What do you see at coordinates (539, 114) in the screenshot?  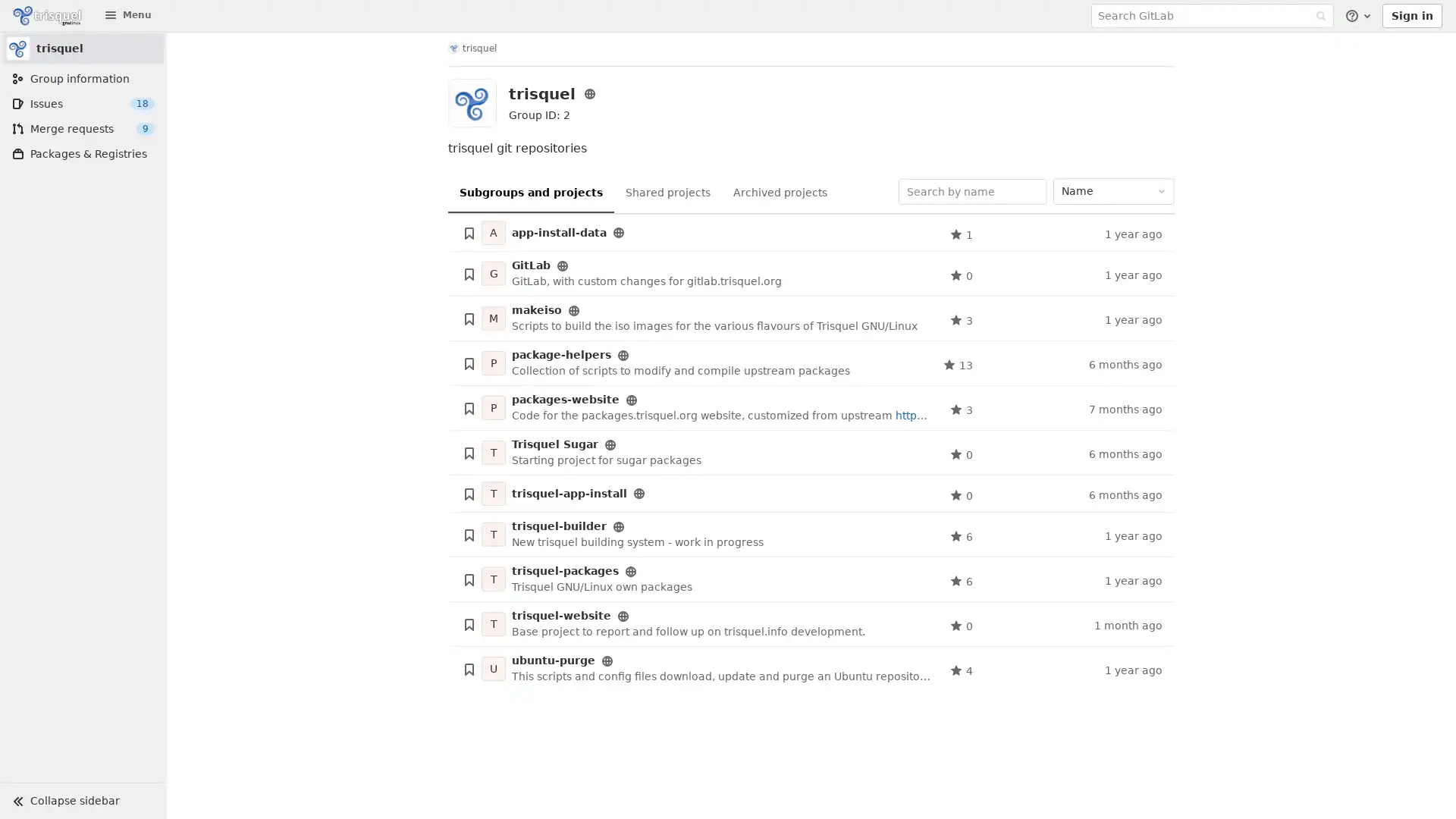 I see `Copy group ID` at bounding box center [539, 114].